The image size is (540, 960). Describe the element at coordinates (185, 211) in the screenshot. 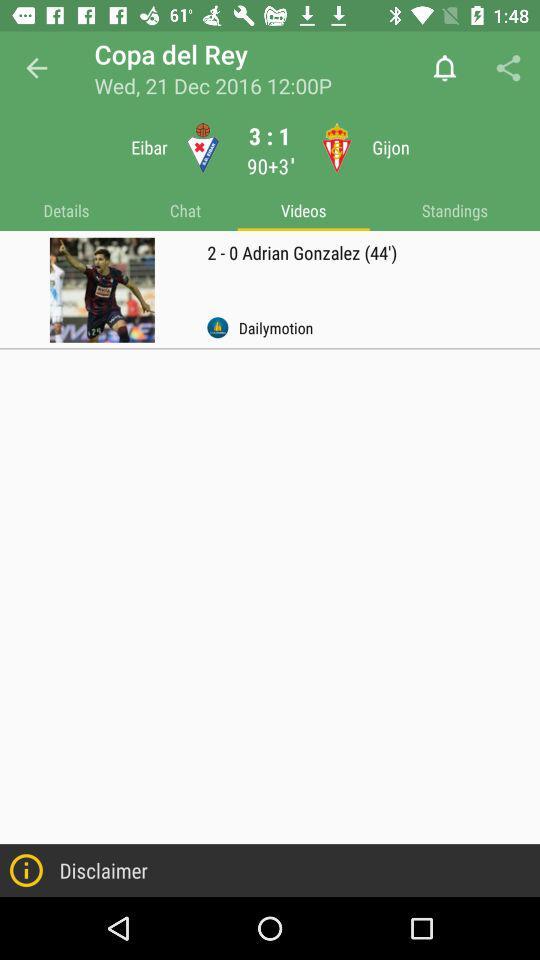

I see `chat` at that location.